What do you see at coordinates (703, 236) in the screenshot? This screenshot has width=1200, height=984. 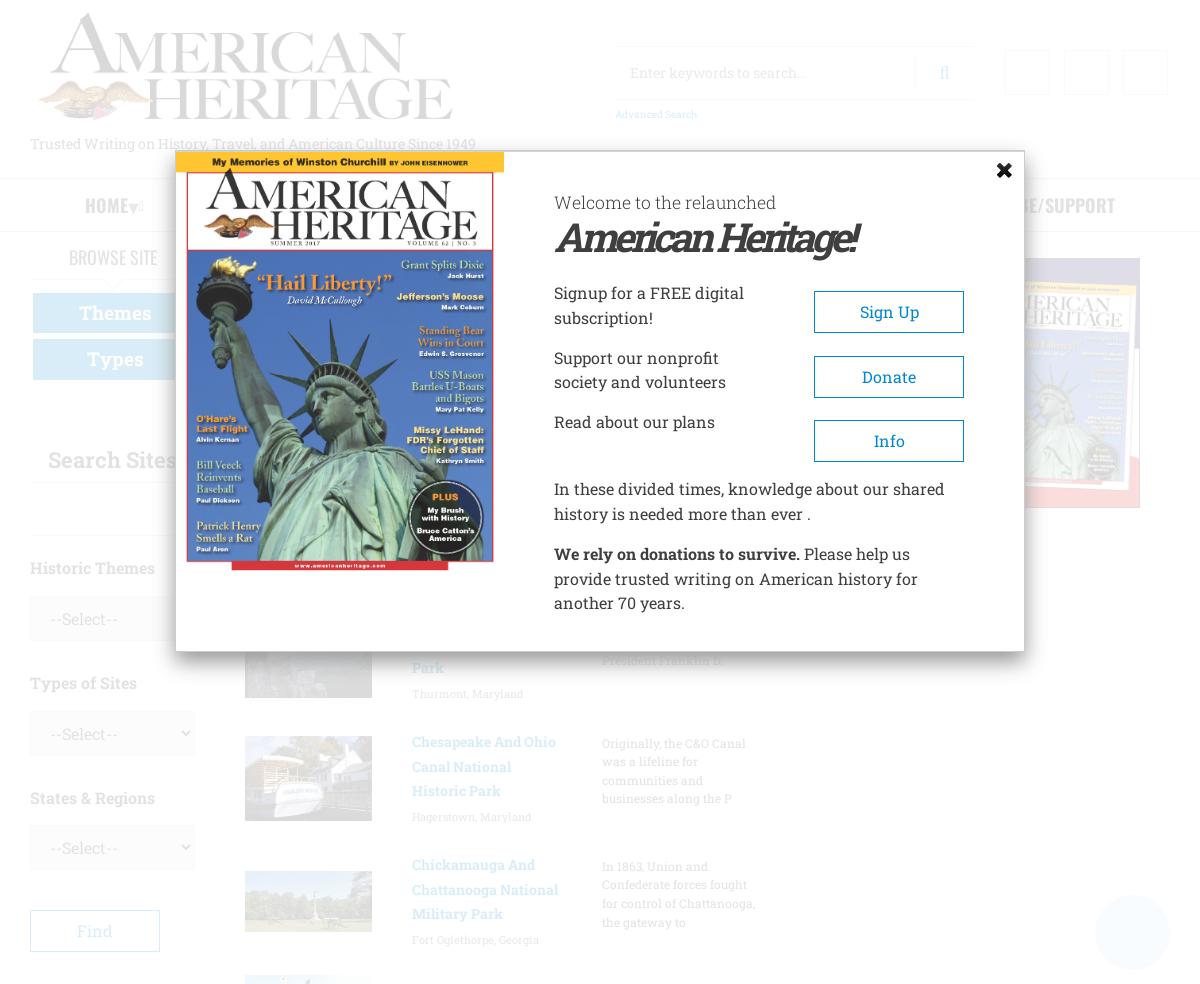 I see `'American Heritage!'` at bounding box center [703, 236].